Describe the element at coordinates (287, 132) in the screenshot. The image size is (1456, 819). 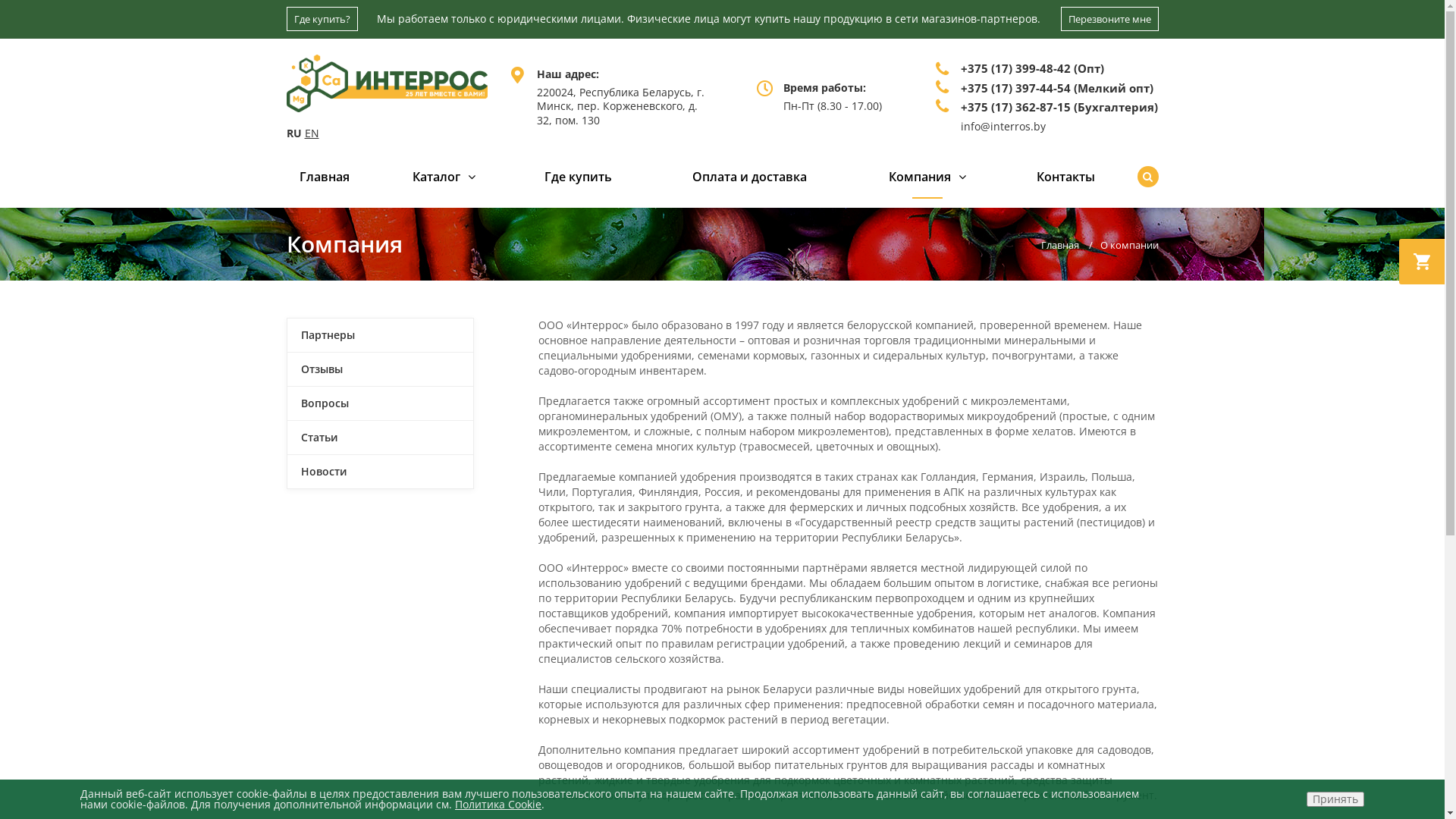
I see `'RU'` at that location.